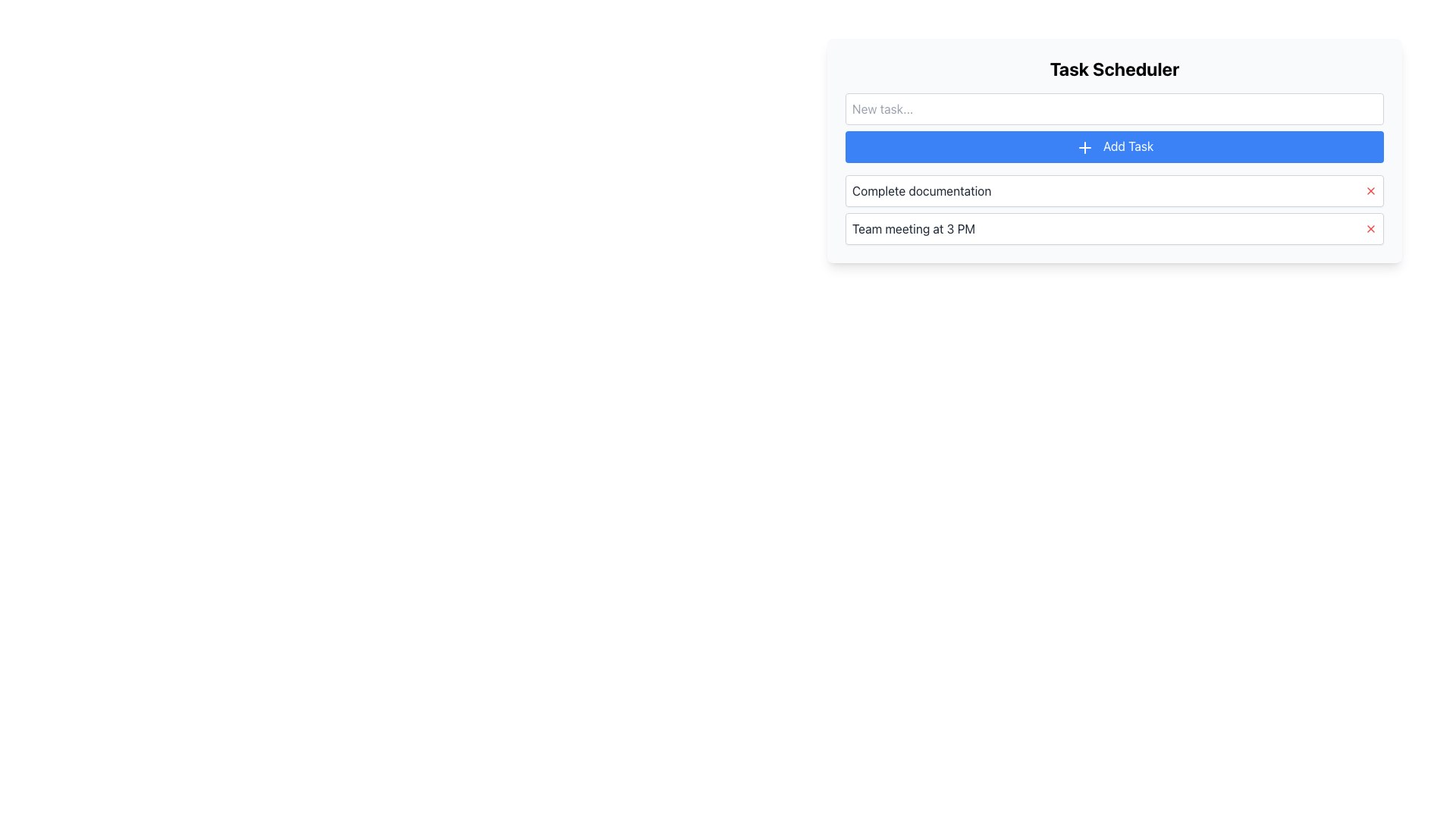 This screenshot has width=1456, height=819. Describe the element at coordinates (1114, 146) in the screenshot. I see `the blue 'Add Task' button with rounded edges` at that location.